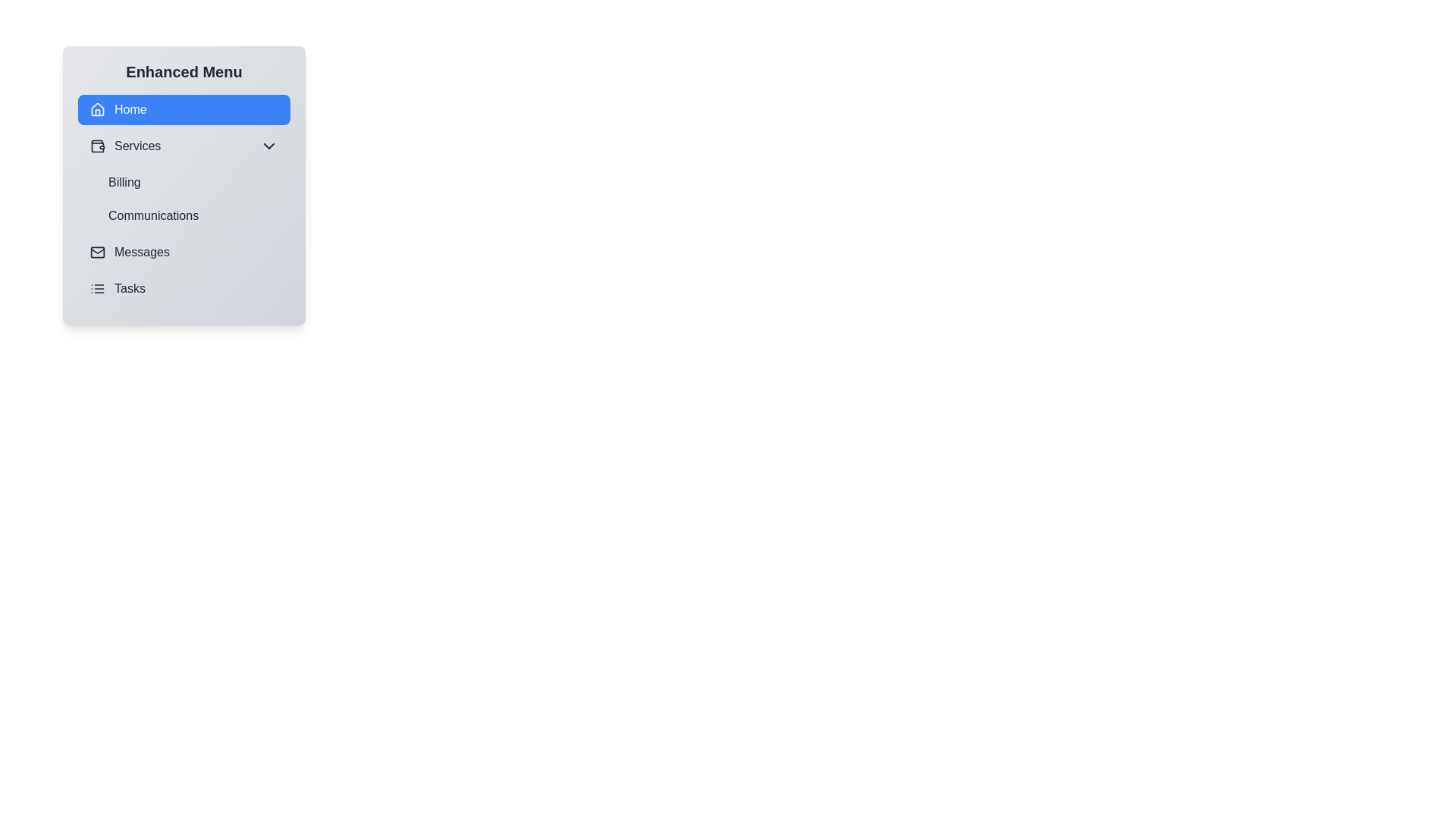  Describe the element at coordinates (97, 108) in the screenshot. I see `the 'Home' menu icon located near the top of the side menu, directly to the left of the text 'Home'` at that location.